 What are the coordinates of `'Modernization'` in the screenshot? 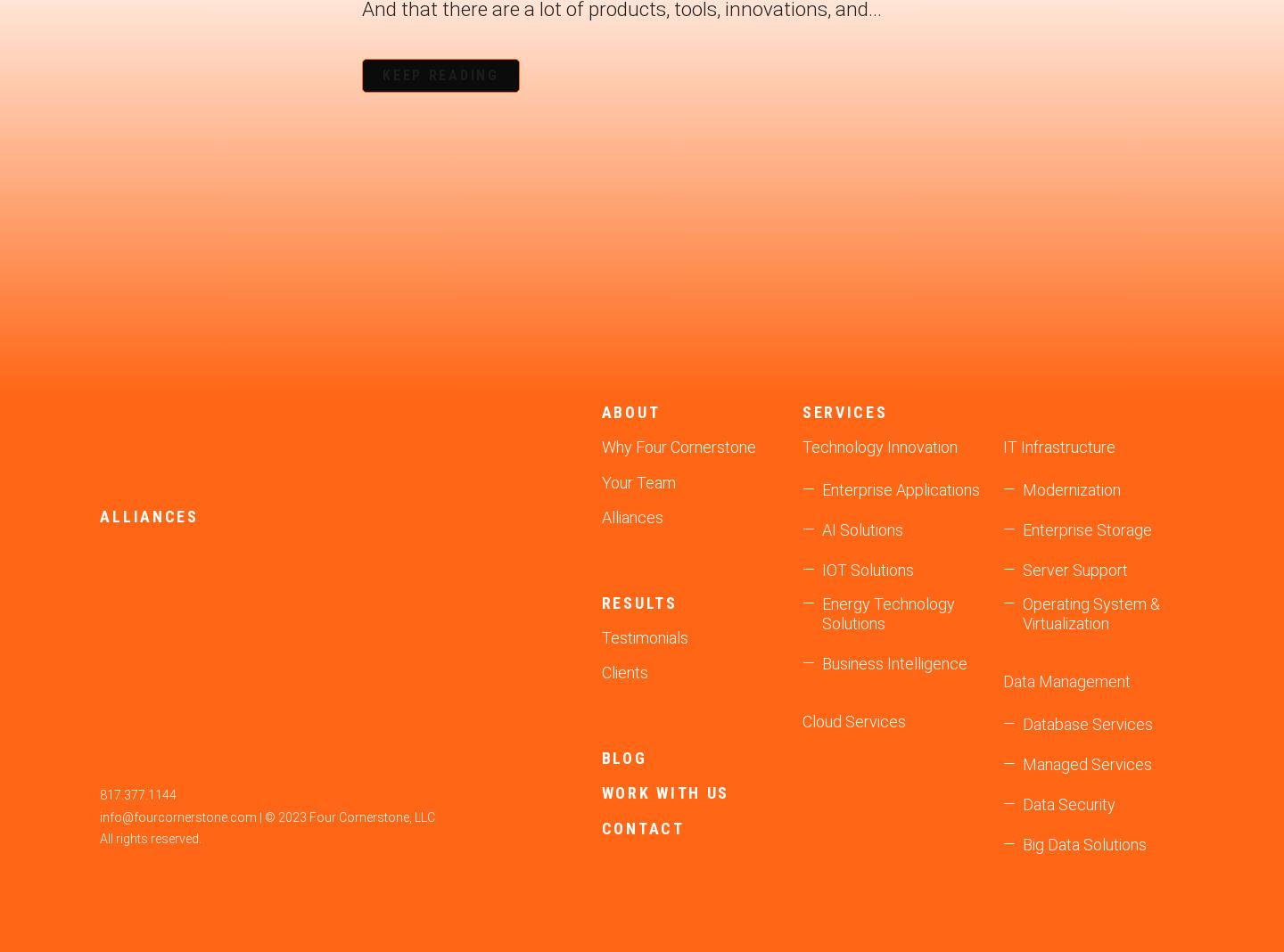 It's located at (1022, 488).